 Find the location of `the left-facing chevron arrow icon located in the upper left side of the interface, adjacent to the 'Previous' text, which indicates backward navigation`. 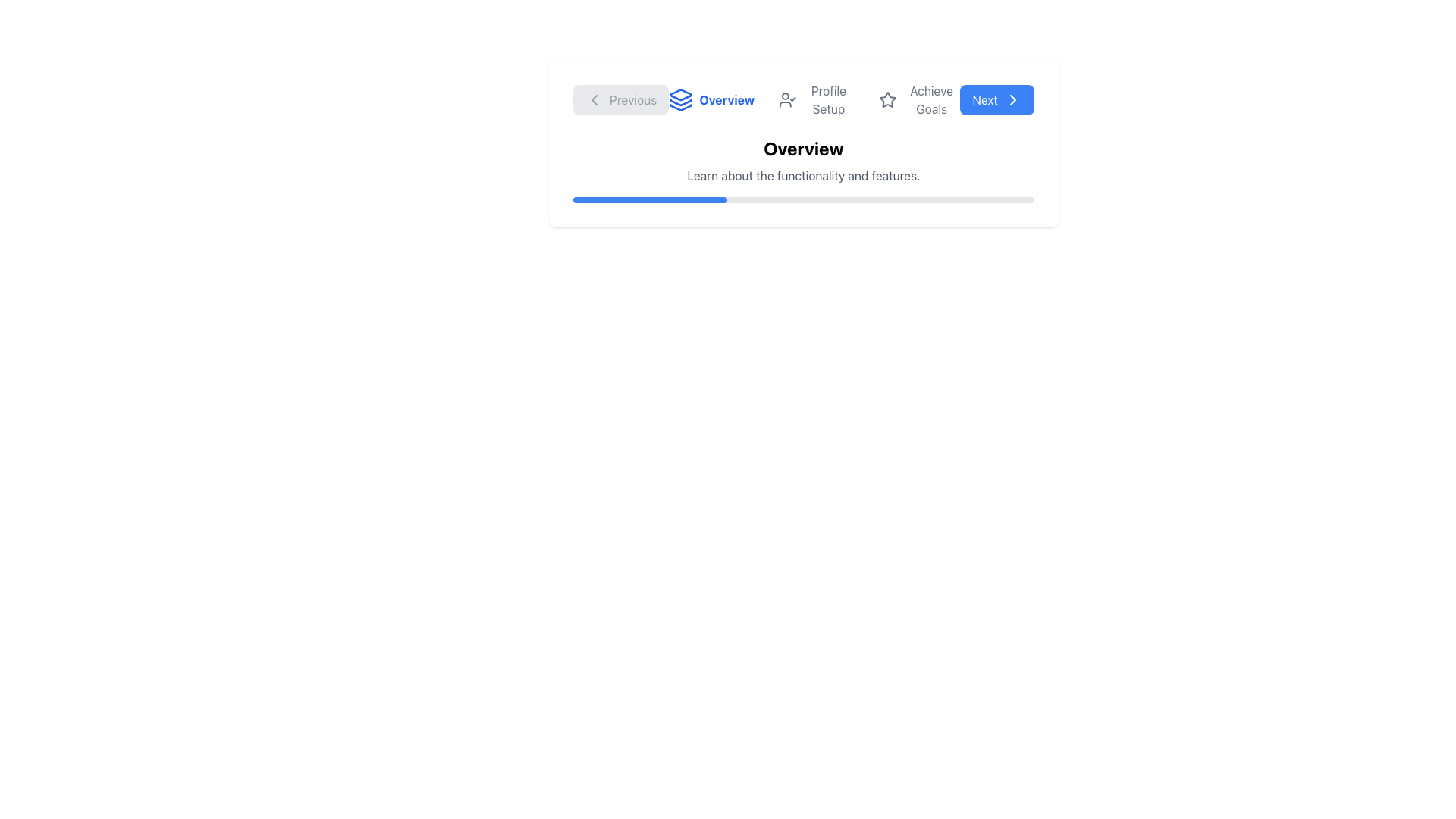

the left-facing chevron arrow icon located in the upper left side of the interface, adjacent to the 'Previous' text, which indicates backward navigation is located at coordinates (593, 99).